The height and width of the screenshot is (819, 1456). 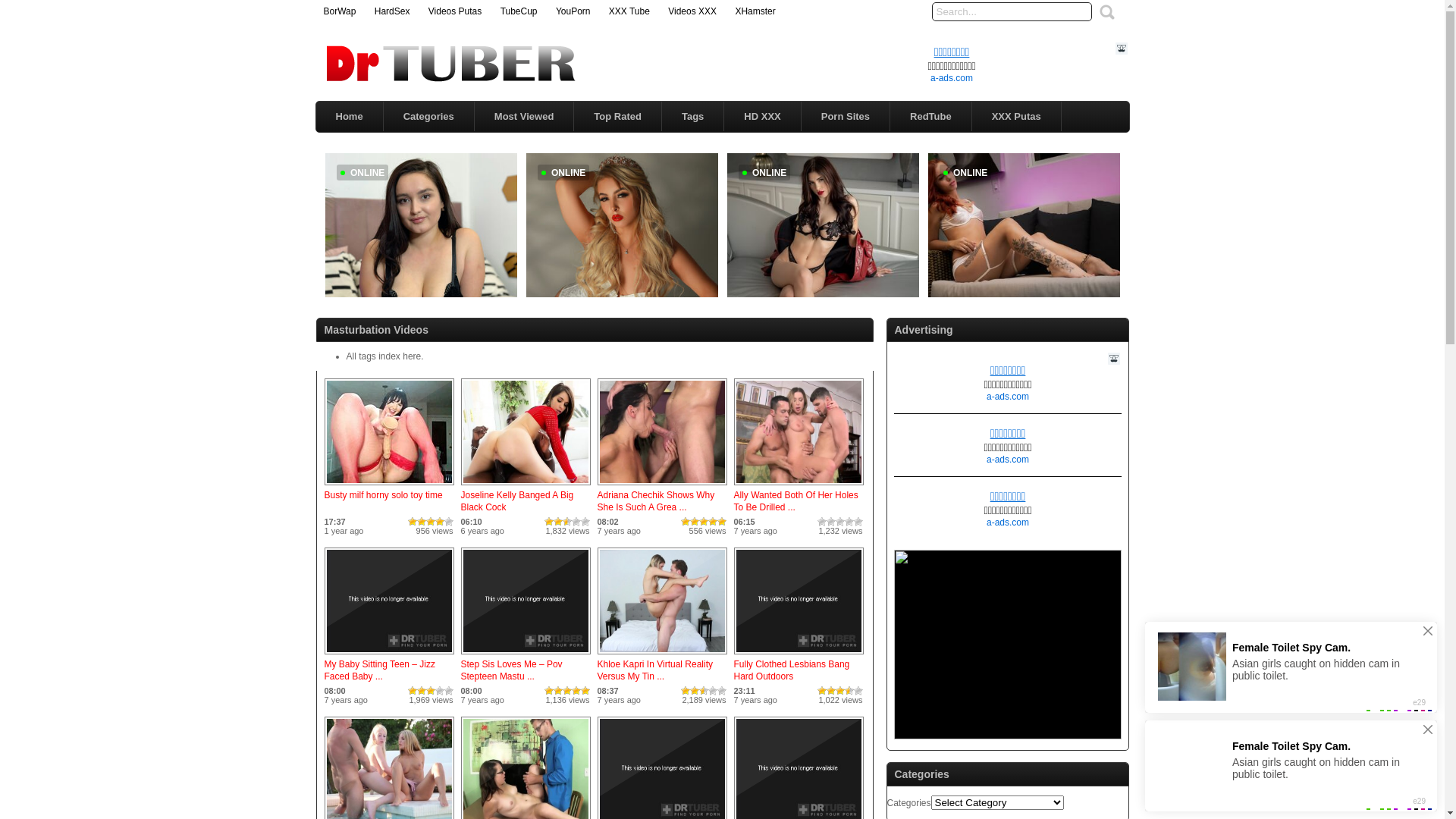 I want to click on '2 Stars', so click(x=422, y=520).